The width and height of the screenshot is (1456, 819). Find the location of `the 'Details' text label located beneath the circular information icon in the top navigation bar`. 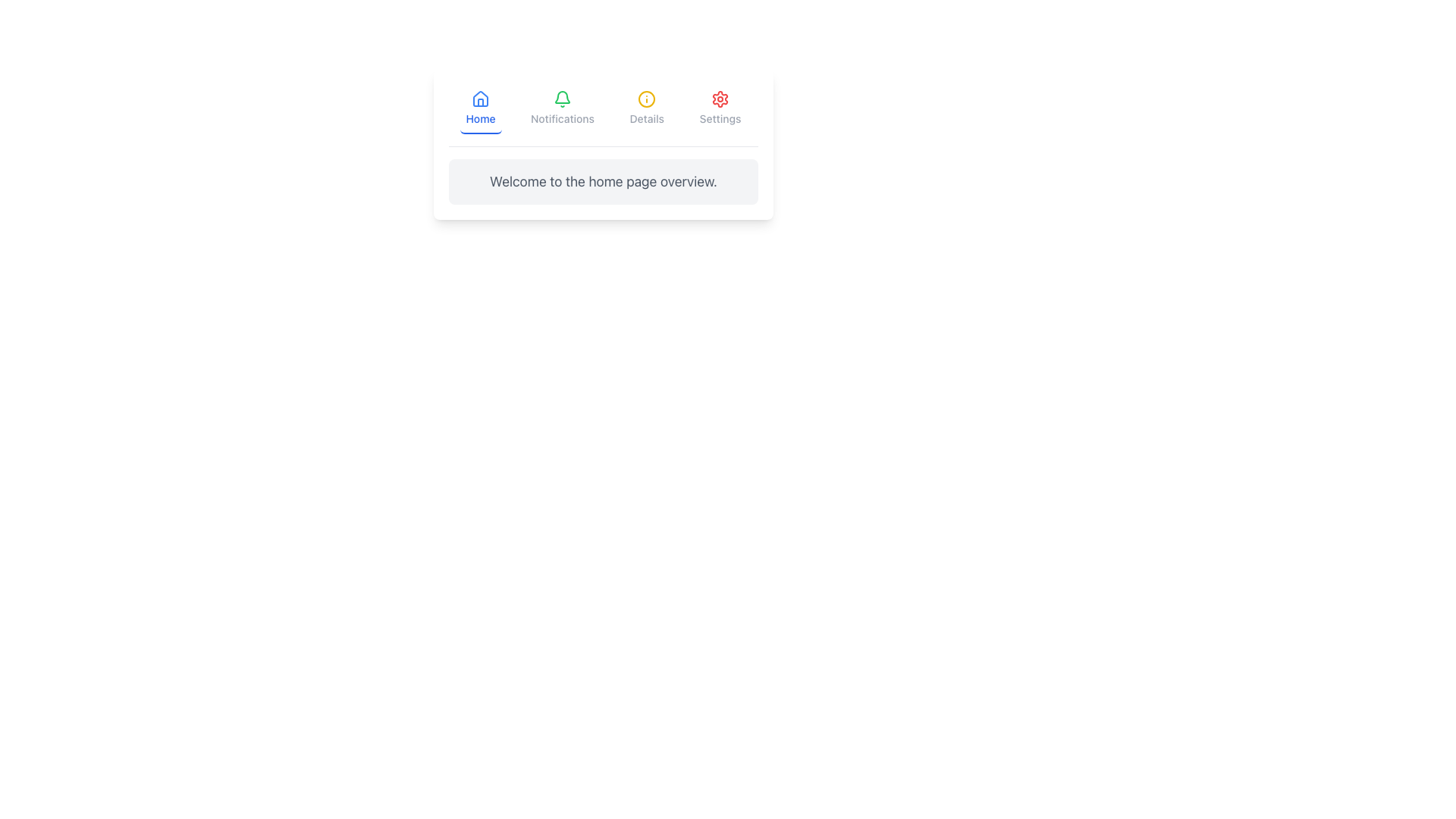

the 'Details' text label located beneath the circular information icon in the top navigation bar is located at coordinates (647, 118).